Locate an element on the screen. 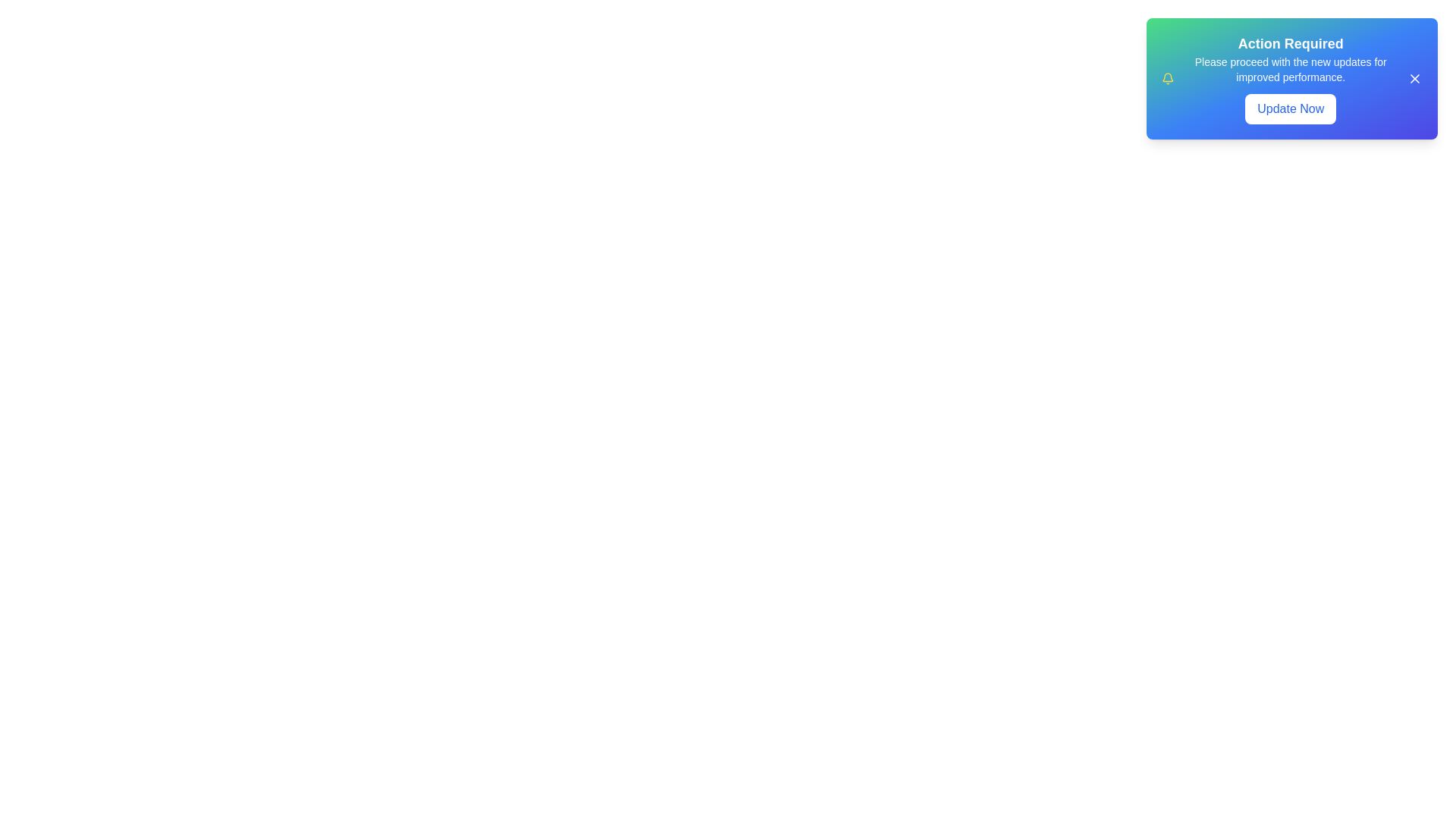  the bell icon by moving the cursor to its center is located at coordinates (1167, 79).